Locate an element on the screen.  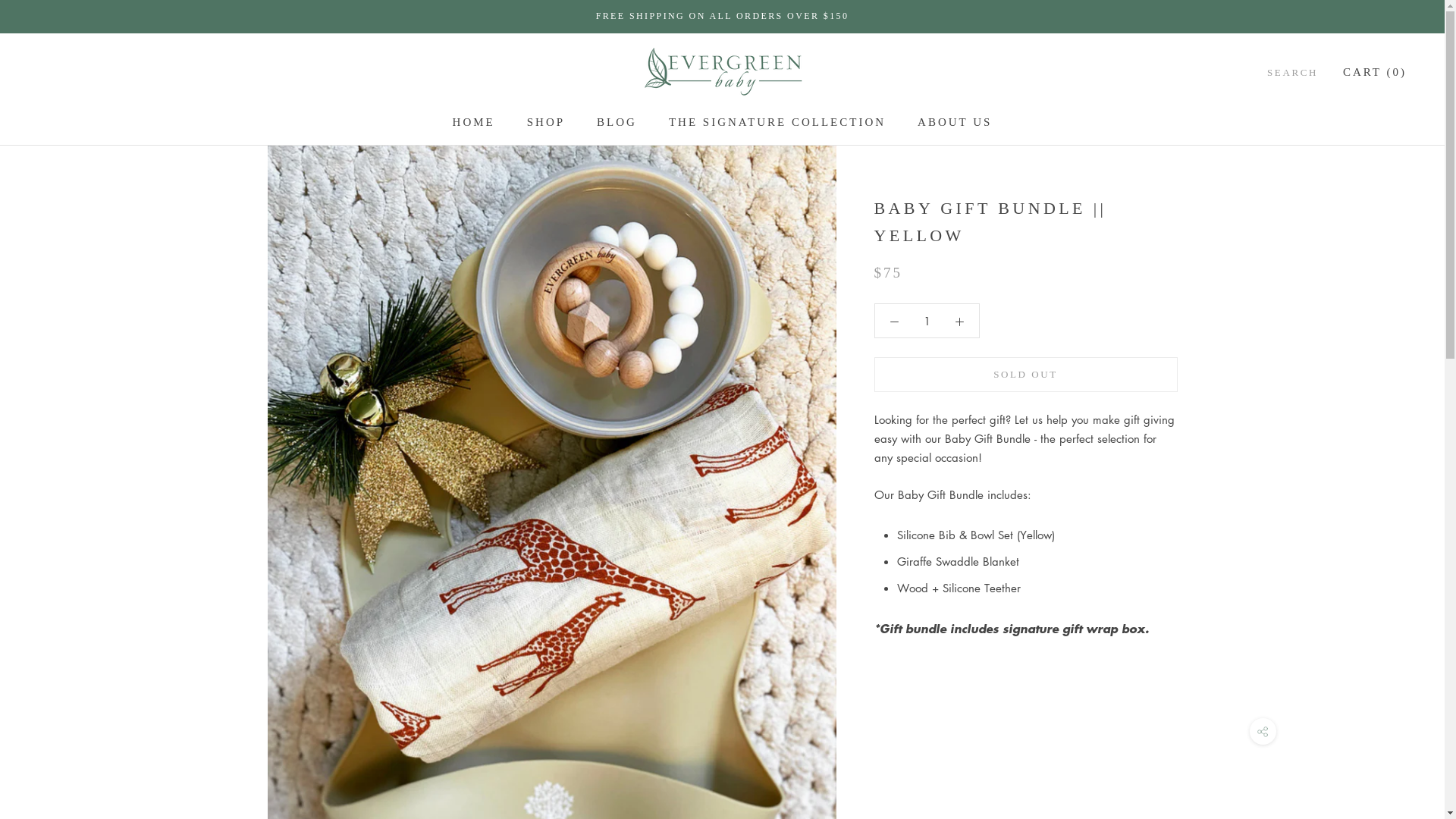
'CART (0)' is located at coordinates (1375, 72).